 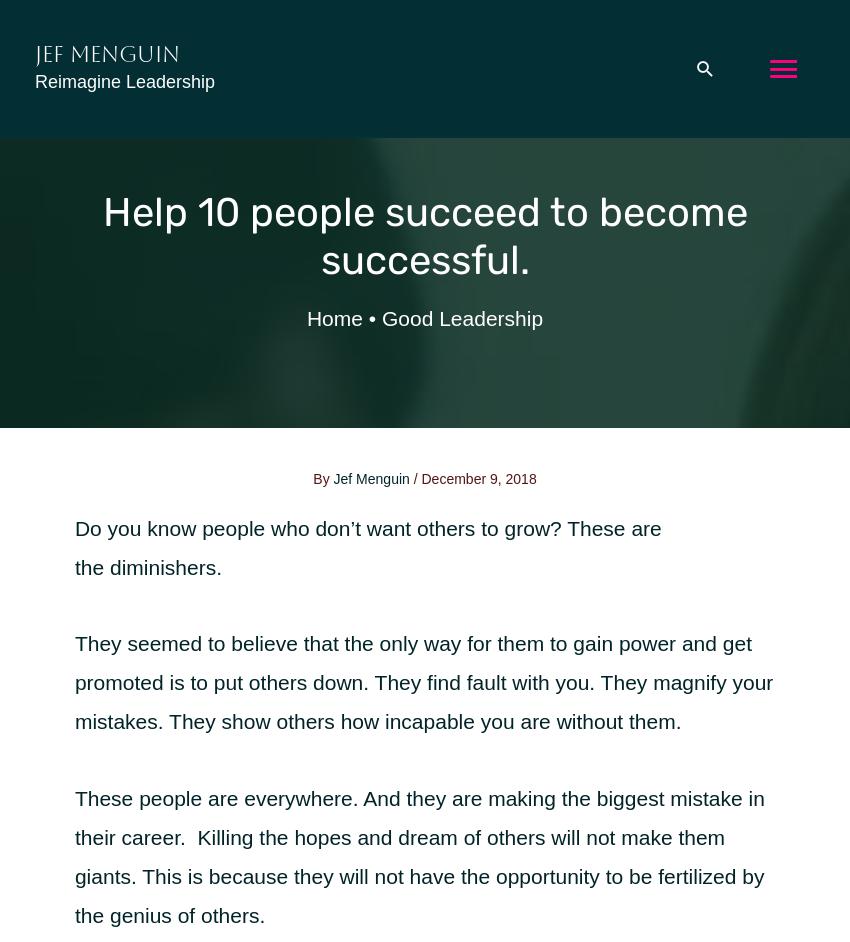 I want to click on 'By', so click(x=323, y=479).